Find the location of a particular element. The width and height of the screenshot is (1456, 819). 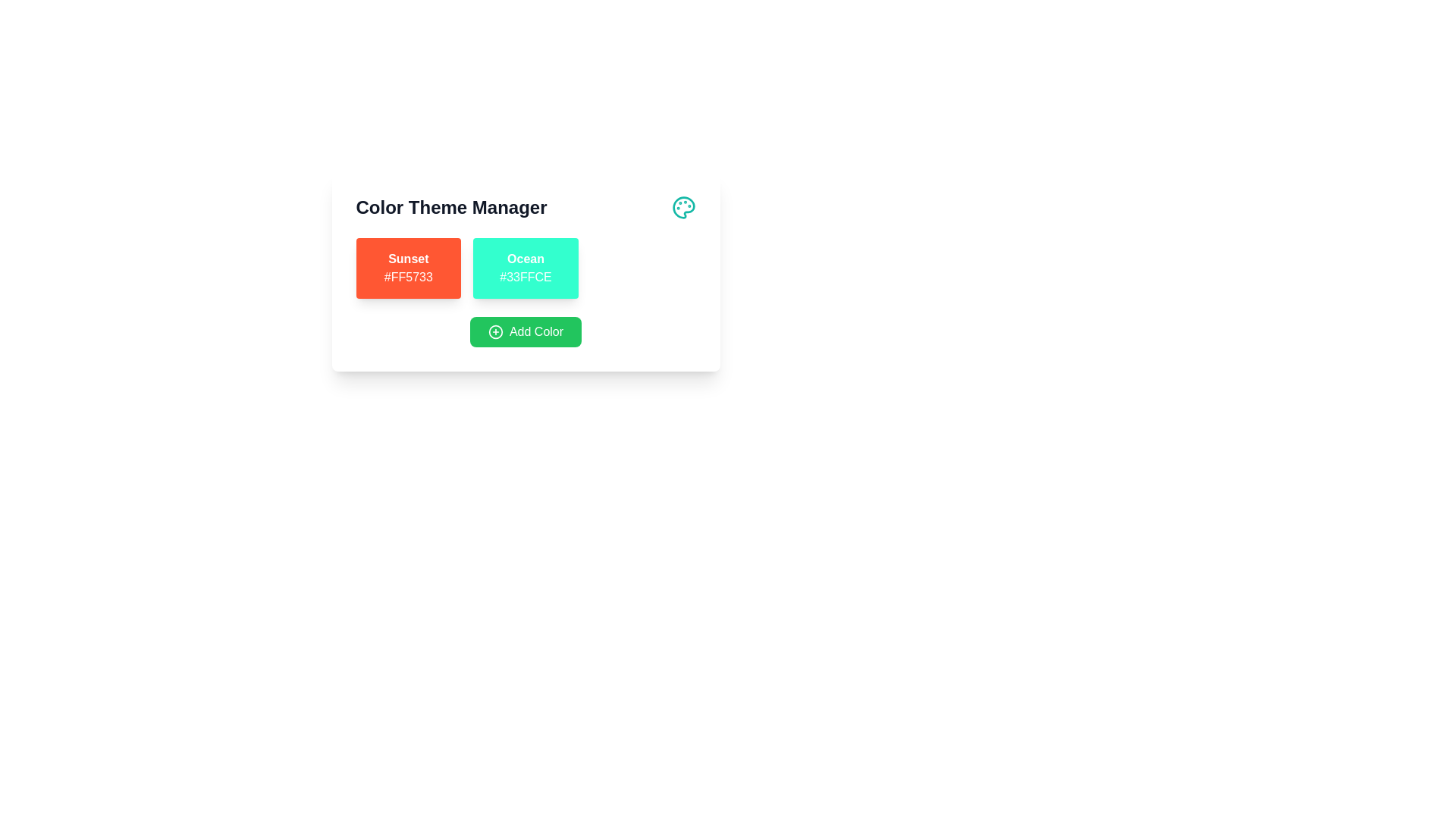

the 'Color Theme Manager' header text and accompanying palette icon, which features bold black text and a colorful icon, located at the top of the section is located at coordinates (526, 207).